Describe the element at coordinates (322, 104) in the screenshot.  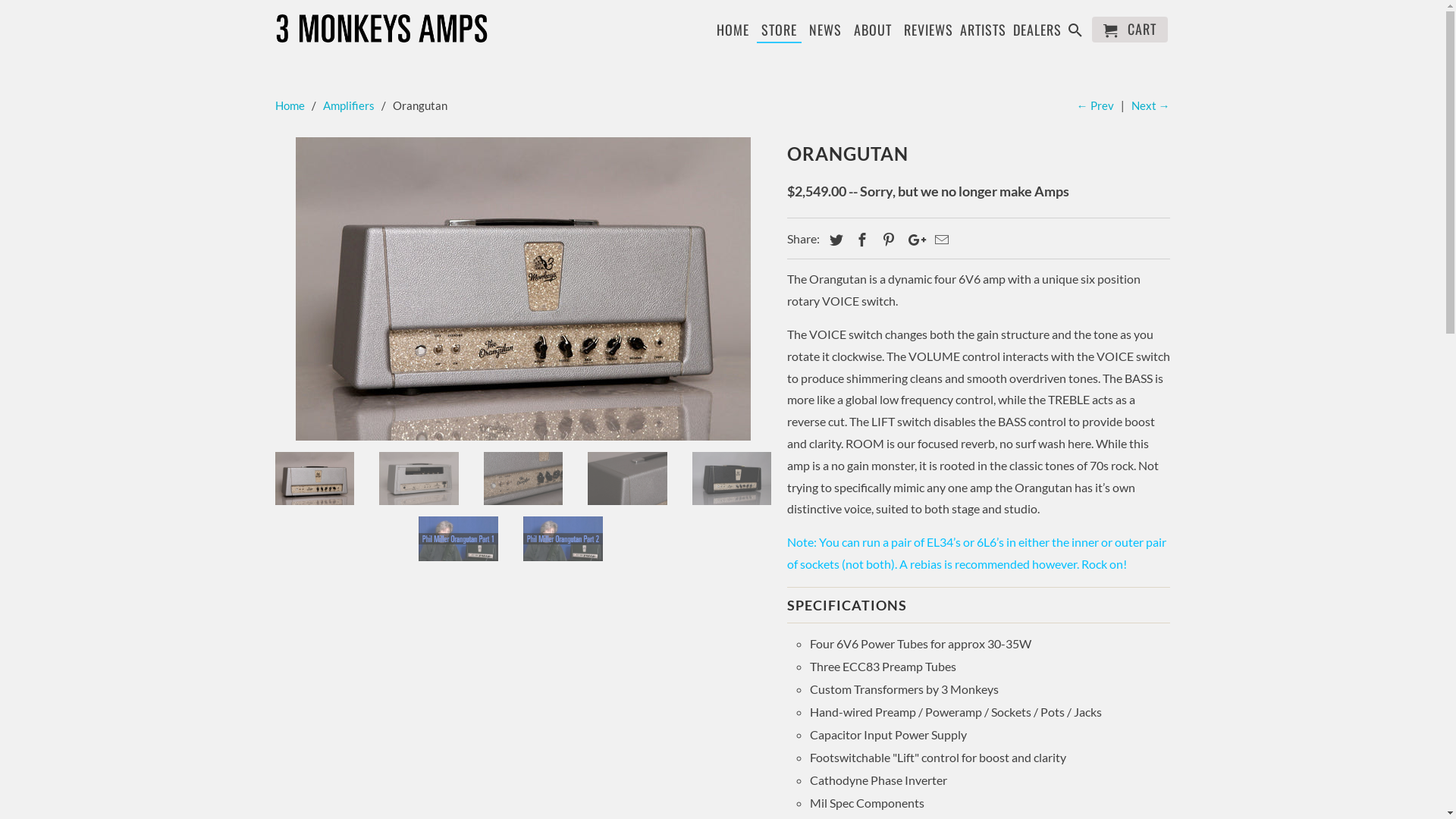
I see `'Amplifiers'` at that location.